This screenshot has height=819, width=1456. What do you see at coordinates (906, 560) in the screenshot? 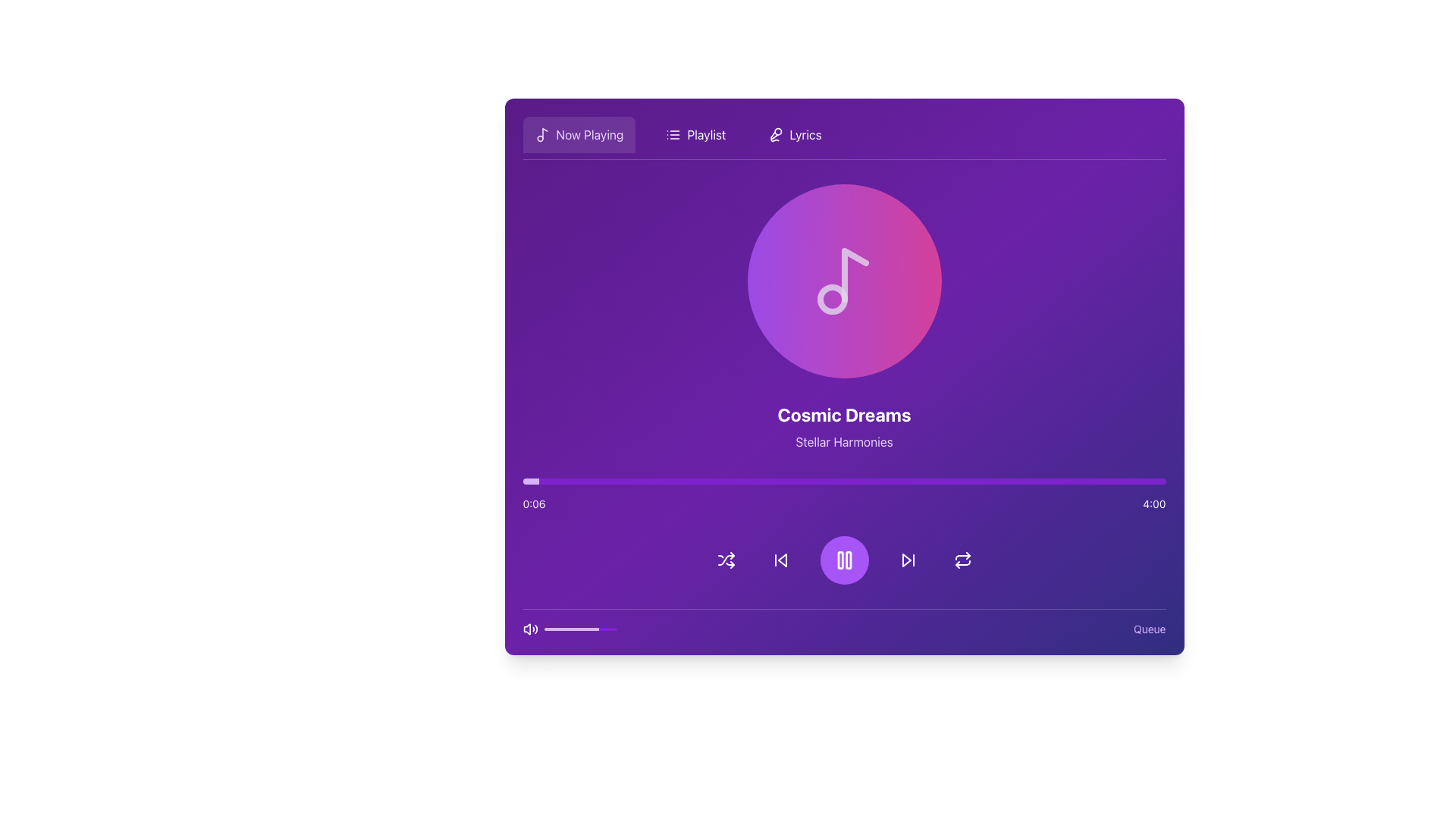
I see `the right-facing triangular arrow icon located in the bottom control panel` at bounding box center [906, 560].